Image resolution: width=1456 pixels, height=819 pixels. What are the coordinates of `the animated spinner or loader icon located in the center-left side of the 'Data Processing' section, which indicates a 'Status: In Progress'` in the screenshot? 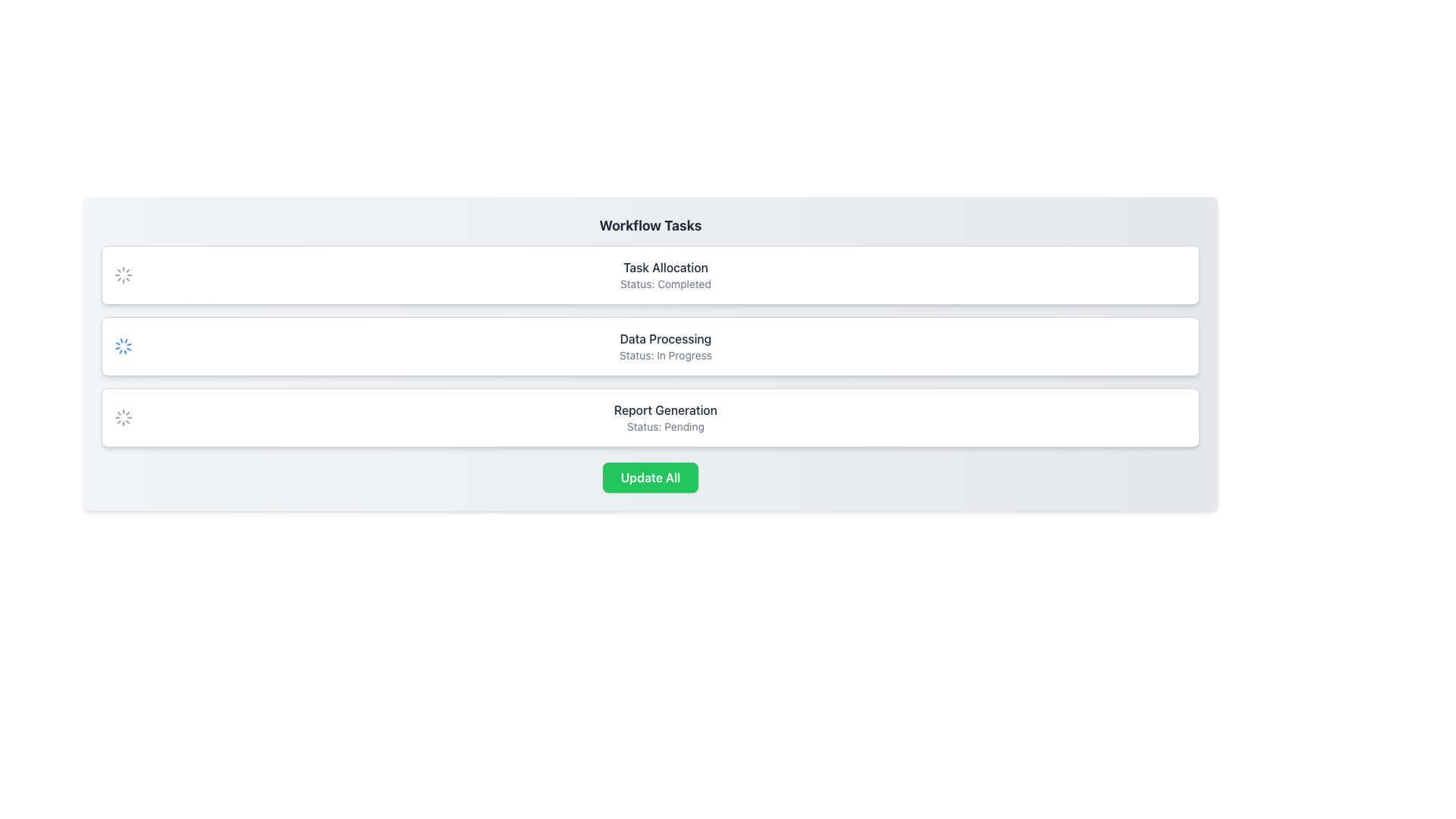 It's located at (124, 346).